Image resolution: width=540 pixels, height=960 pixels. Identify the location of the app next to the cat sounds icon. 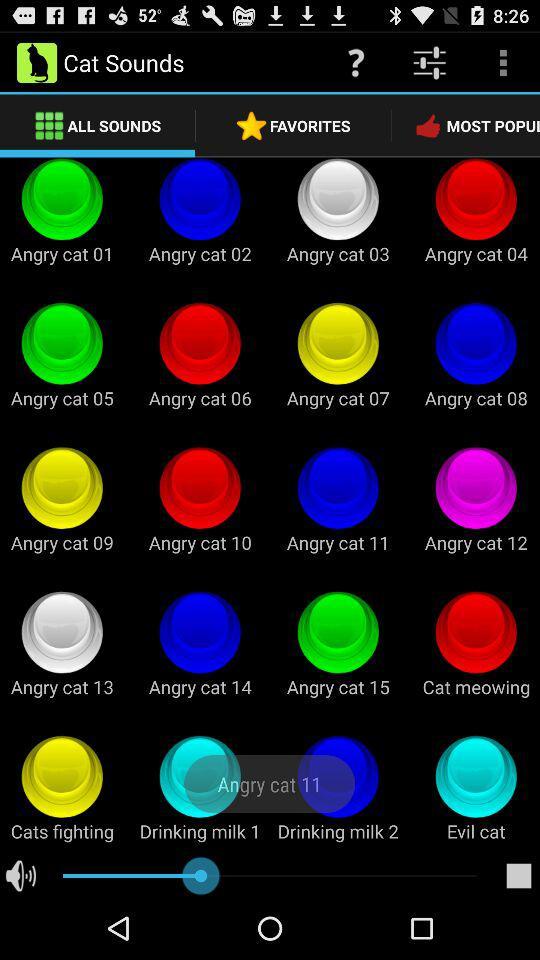
(355, 62).